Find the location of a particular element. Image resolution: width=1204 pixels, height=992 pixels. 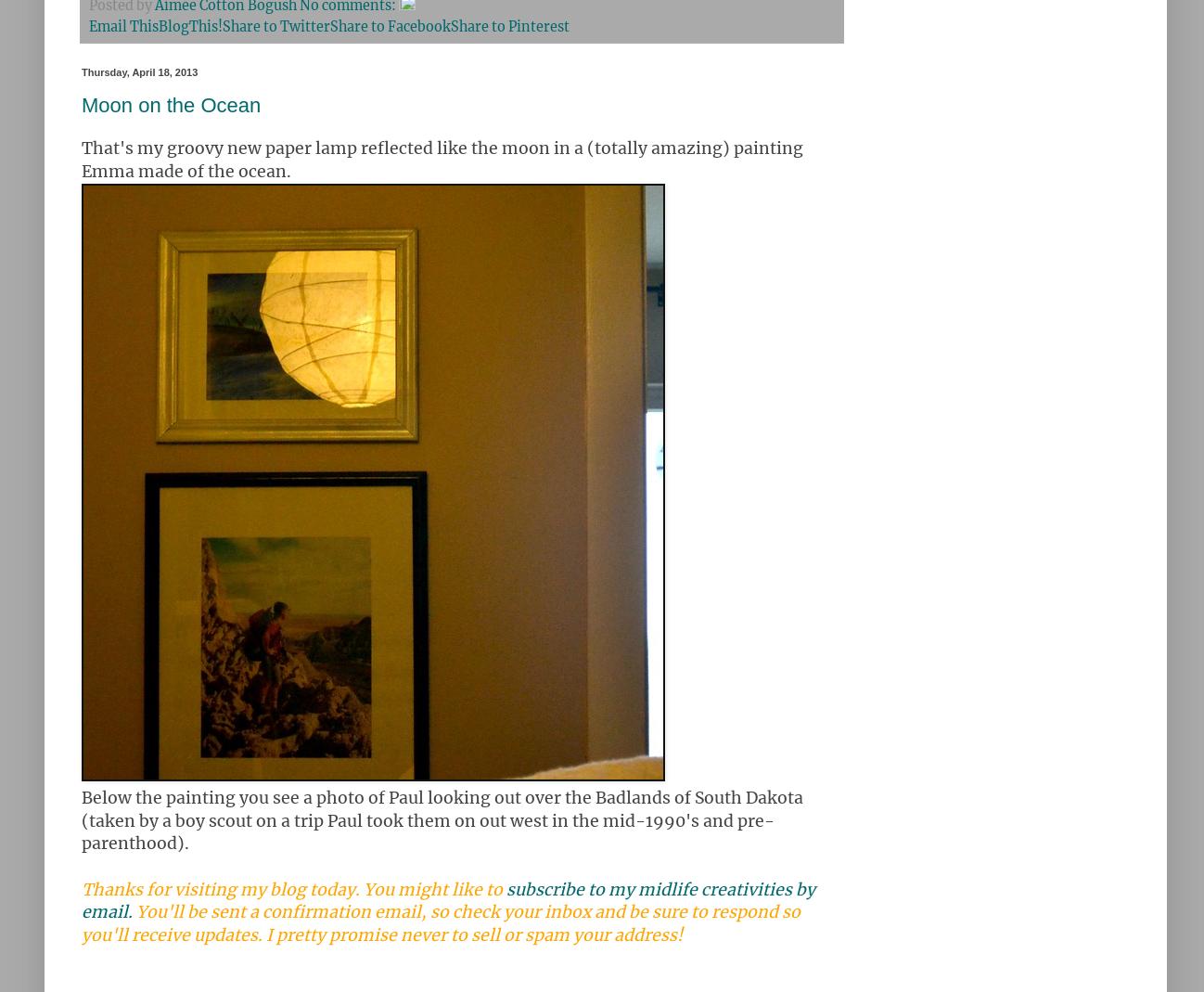

'You'll be sent a confirmation email, so check your inbox and be sure to respond so you'll receive updates.  I pretty promise never to sell or spam your address!' is located at coordinates (441, 923).